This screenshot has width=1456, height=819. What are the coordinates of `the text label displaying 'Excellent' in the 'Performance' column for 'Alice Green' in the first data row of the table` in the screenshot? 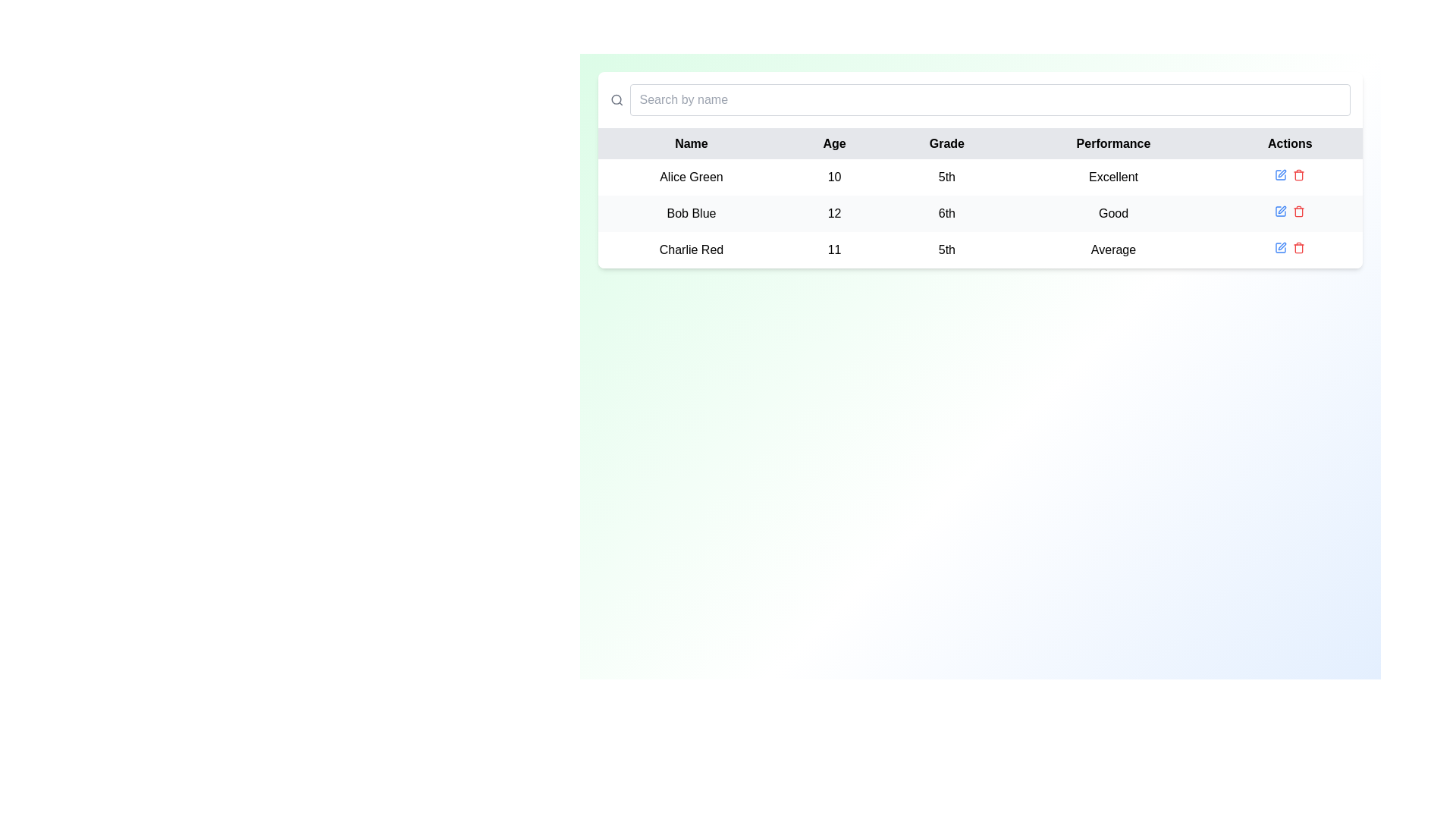 It's located at (1113, 177).